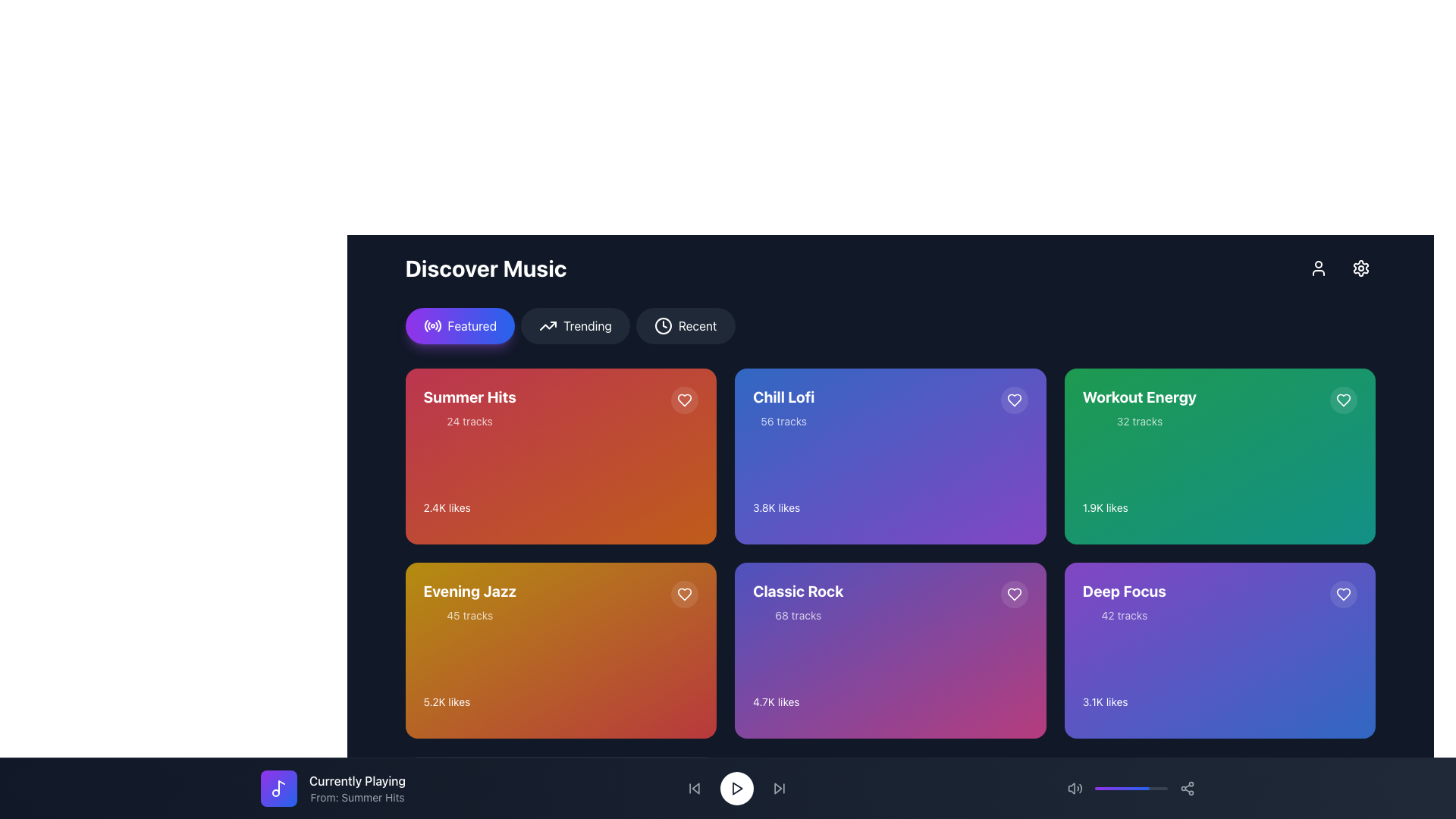  What do you see at coordinates (560, 649) in the screenshot?
I see `the 'Evening Jazz' playlist tile, which is located in the second row and first column of the grid layout` at bounding box center [560, 649].